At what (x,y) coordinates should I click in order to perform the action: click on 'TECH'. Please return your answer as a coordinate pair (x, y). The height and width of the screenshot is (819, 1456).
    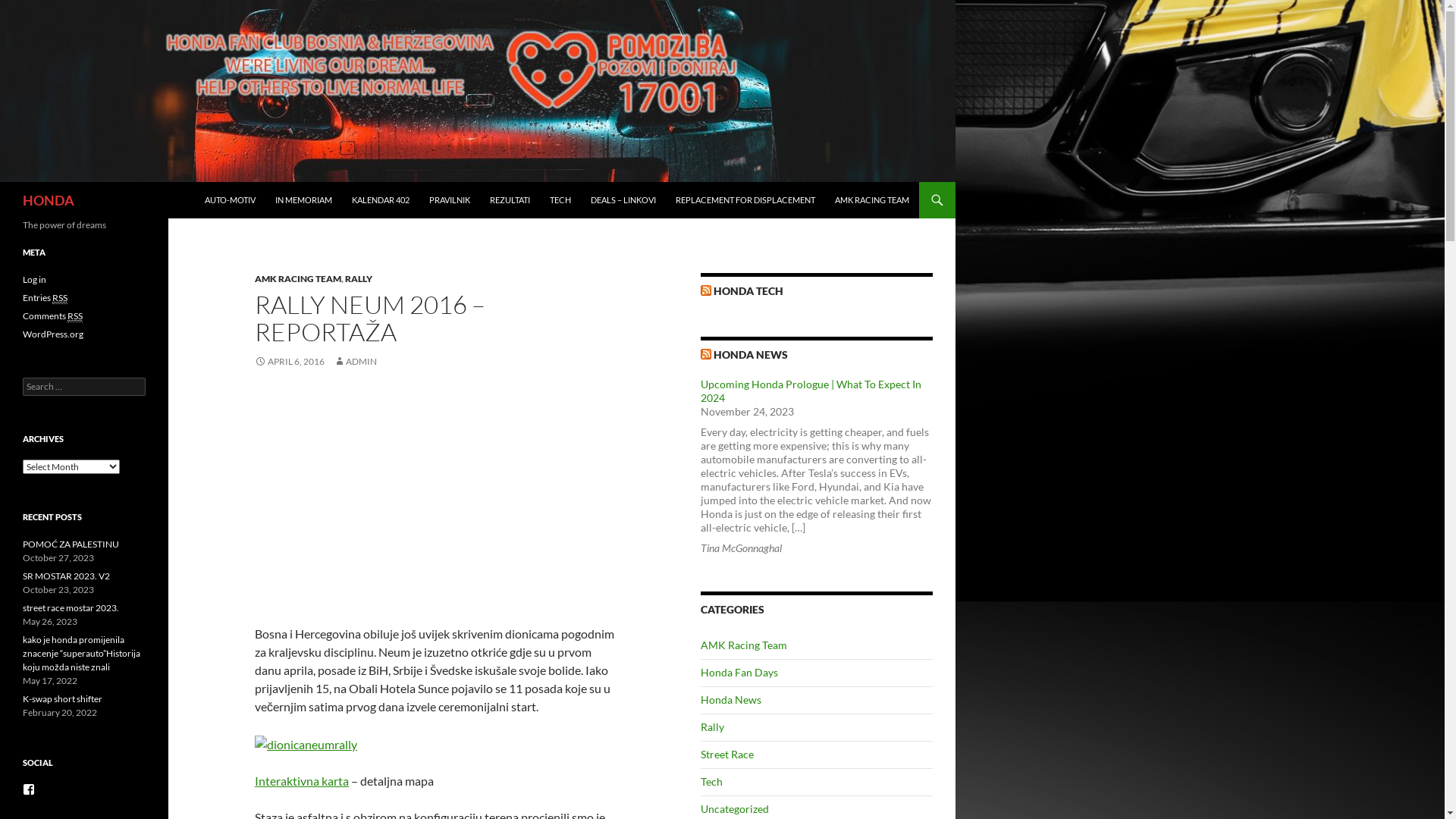
    Looking at the image, I should click on (560, 199).